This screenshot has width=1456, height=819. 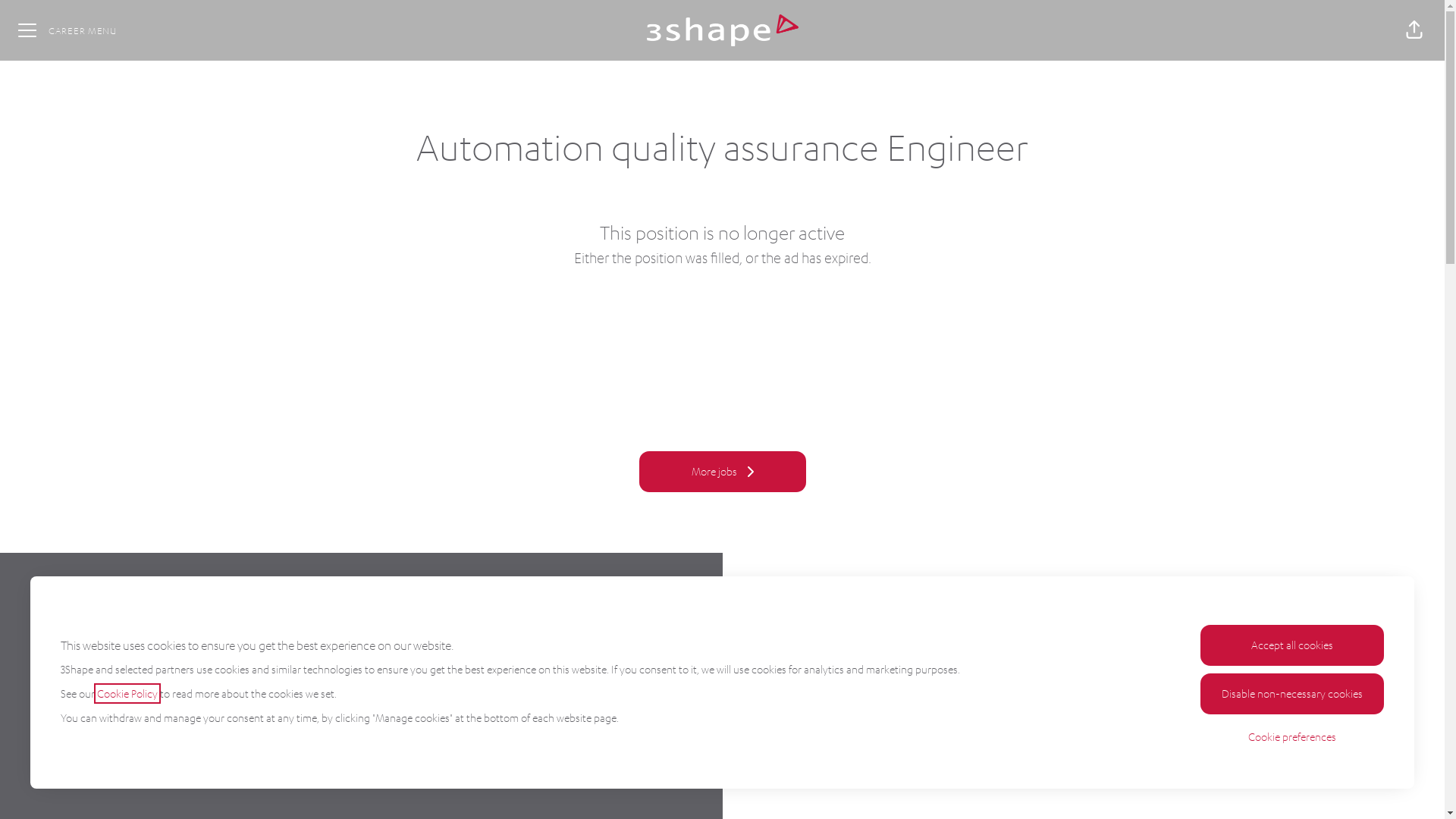 What do you see at coordinates (1291, 645) in the screenshot?
I see `'Accept all cookies'` at bounding box center [1291, 645].